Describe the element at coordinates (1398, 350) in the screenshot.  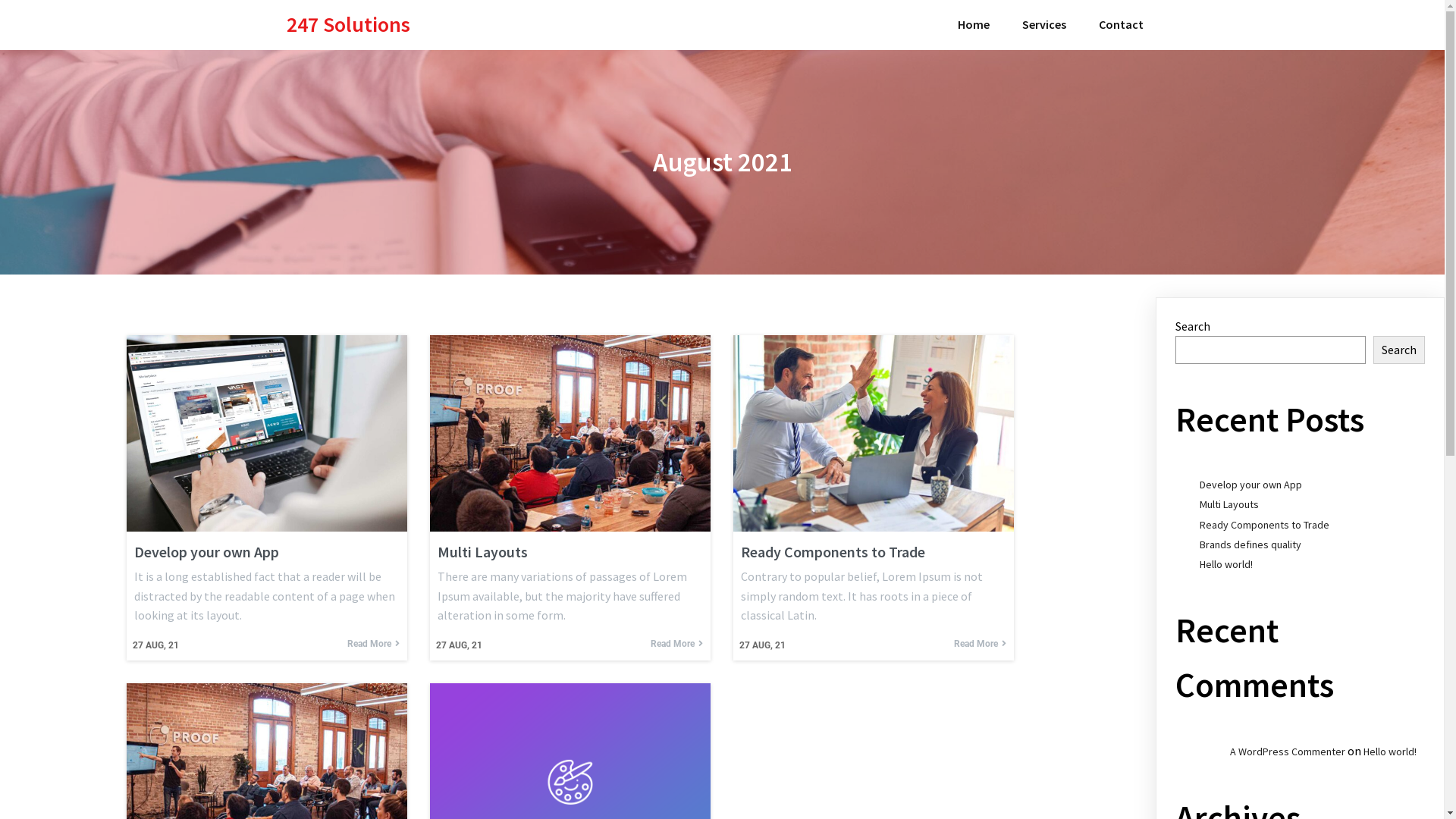
I see `'Search'` at that location.